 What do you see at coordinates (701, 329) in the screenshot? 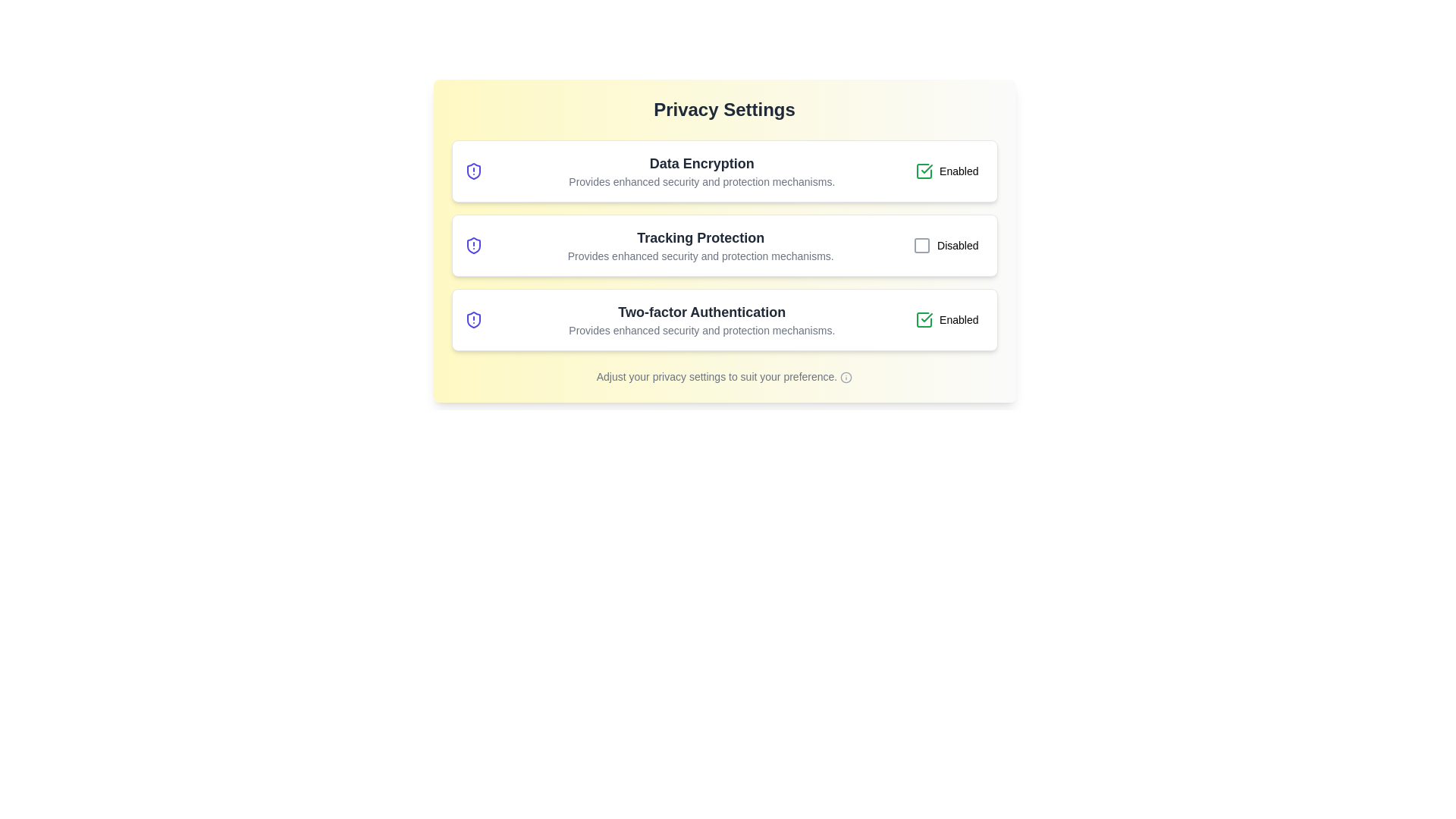
I see `the text label that reads 'Provides enhanced security and protection mechanisms.' located beneath the heading 'Two-factor Authentication' in the Privacy Settings section` at bounding box center [701, 329].